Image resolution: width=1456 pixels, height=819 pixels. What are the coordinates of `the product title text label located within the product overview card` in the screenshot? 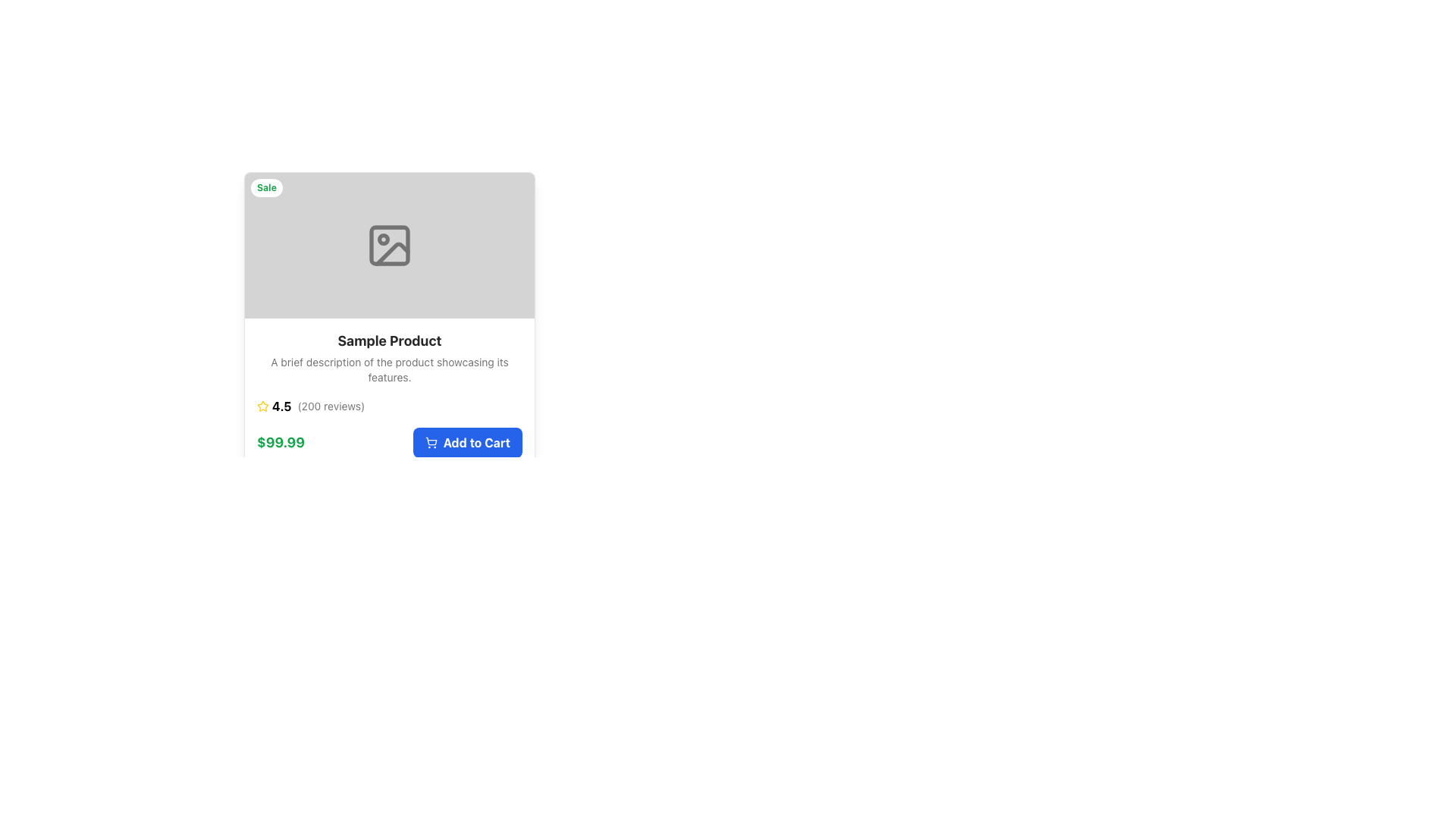 It's located at (389, 341).